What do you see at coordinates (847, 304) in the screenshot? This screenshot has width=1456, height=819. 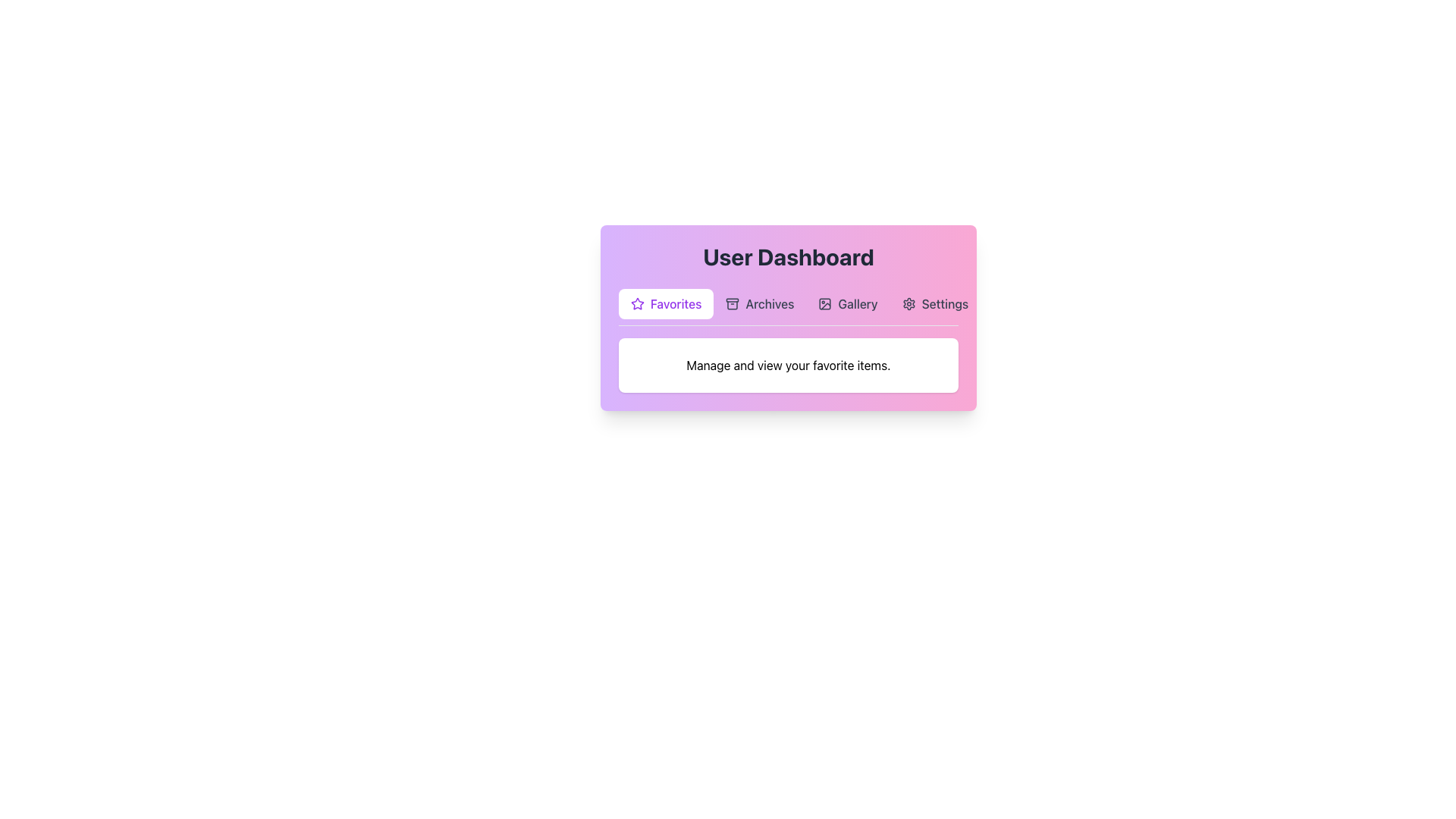 I see `the 'Gallery' button, which is the third option in the horizontal navigation bar, to observe the hover effect` at bounding box center [847, 304].